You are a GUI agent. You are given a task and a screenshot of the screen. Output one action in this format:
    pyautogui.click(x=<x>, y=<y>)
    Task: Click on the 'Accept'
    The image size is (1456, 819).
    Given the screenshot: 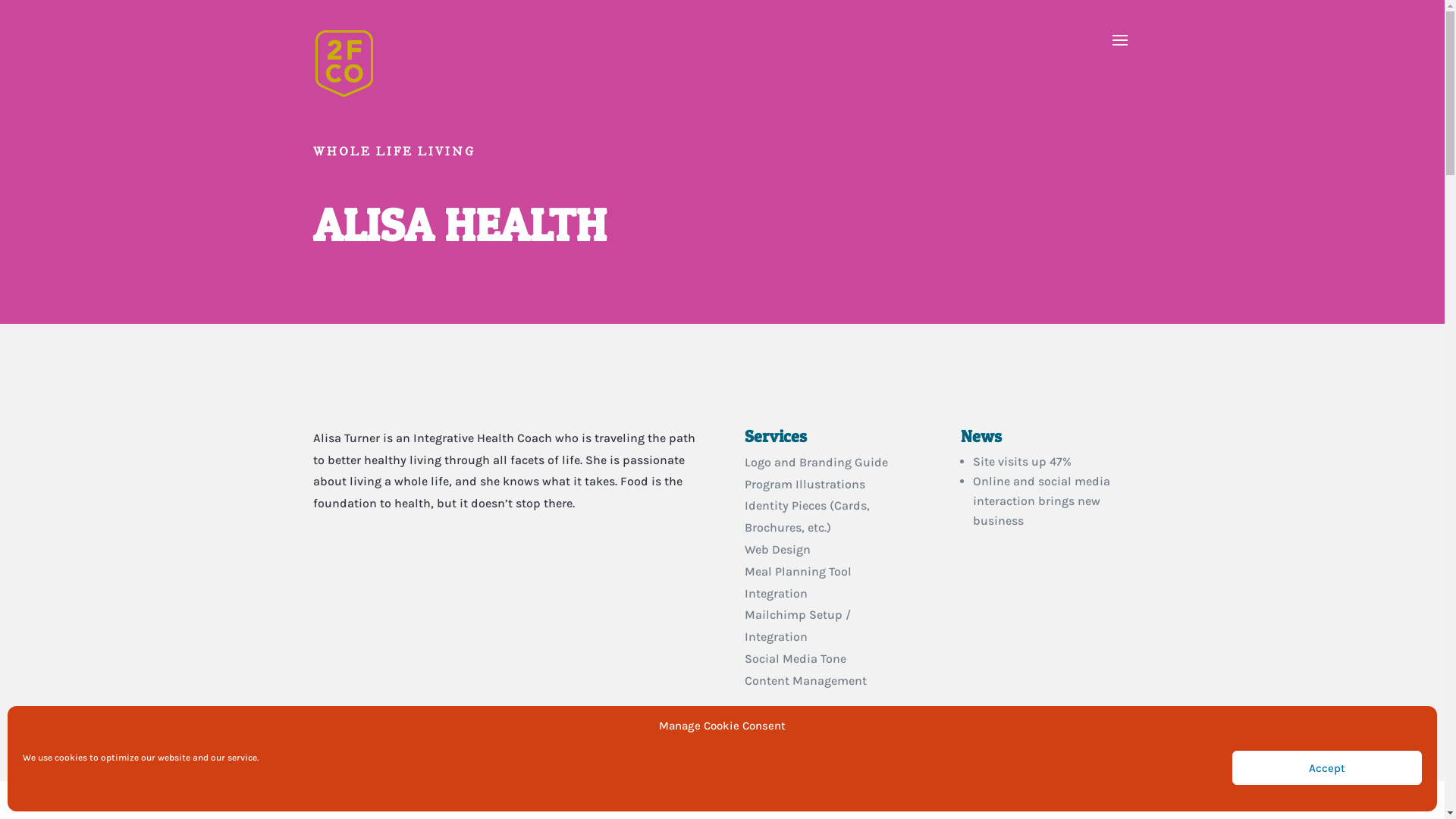 What is the action you would take?
    pyautogui.click(x=1326, y=767)
    